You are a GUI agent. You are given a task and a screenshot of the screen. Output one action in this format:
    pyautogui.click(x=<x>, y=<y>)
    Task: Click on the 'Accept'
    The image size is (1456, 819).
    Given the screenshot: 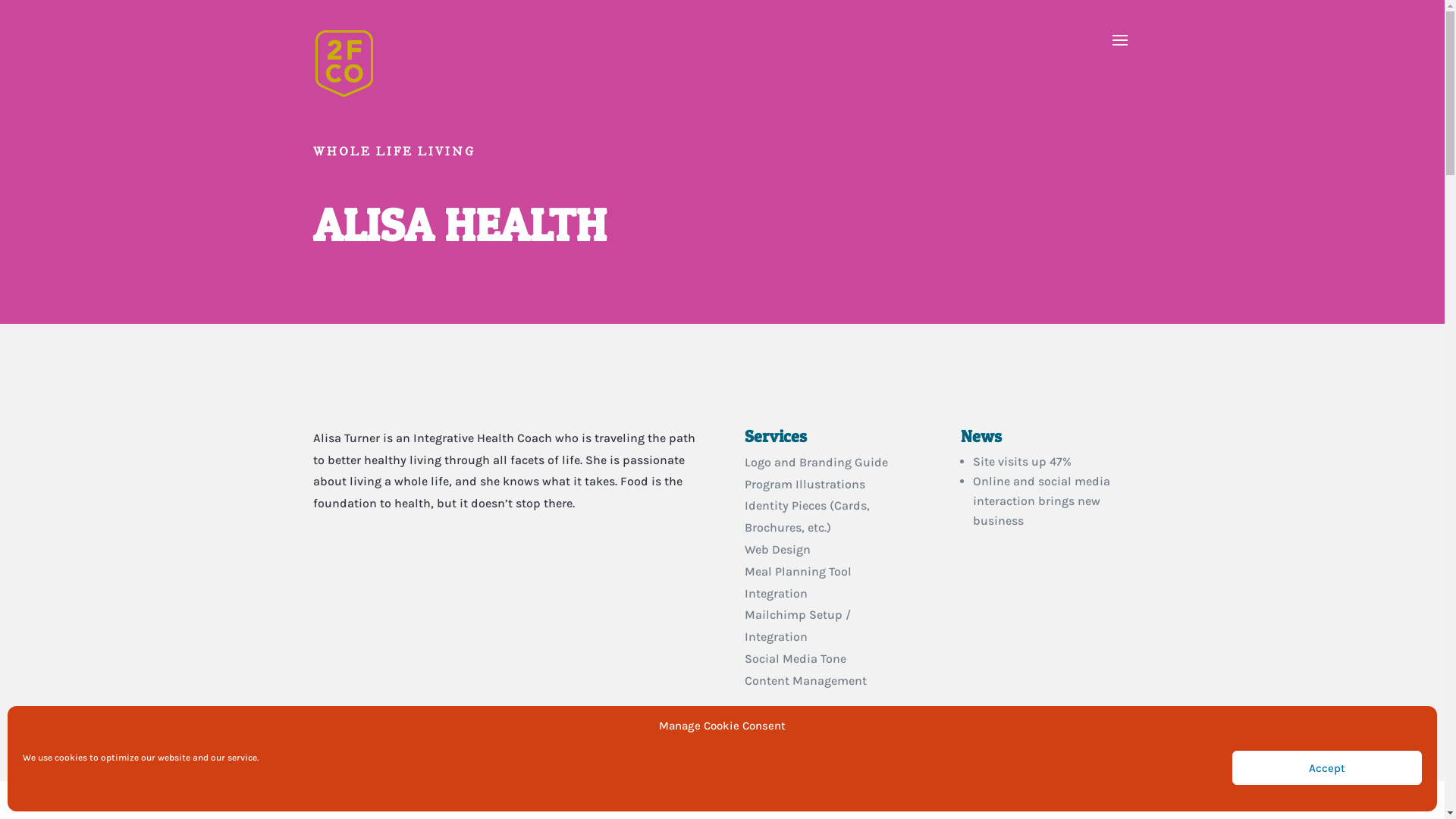 What is the action you would take?
    pyautogui.click(x=1326, y=767)
    